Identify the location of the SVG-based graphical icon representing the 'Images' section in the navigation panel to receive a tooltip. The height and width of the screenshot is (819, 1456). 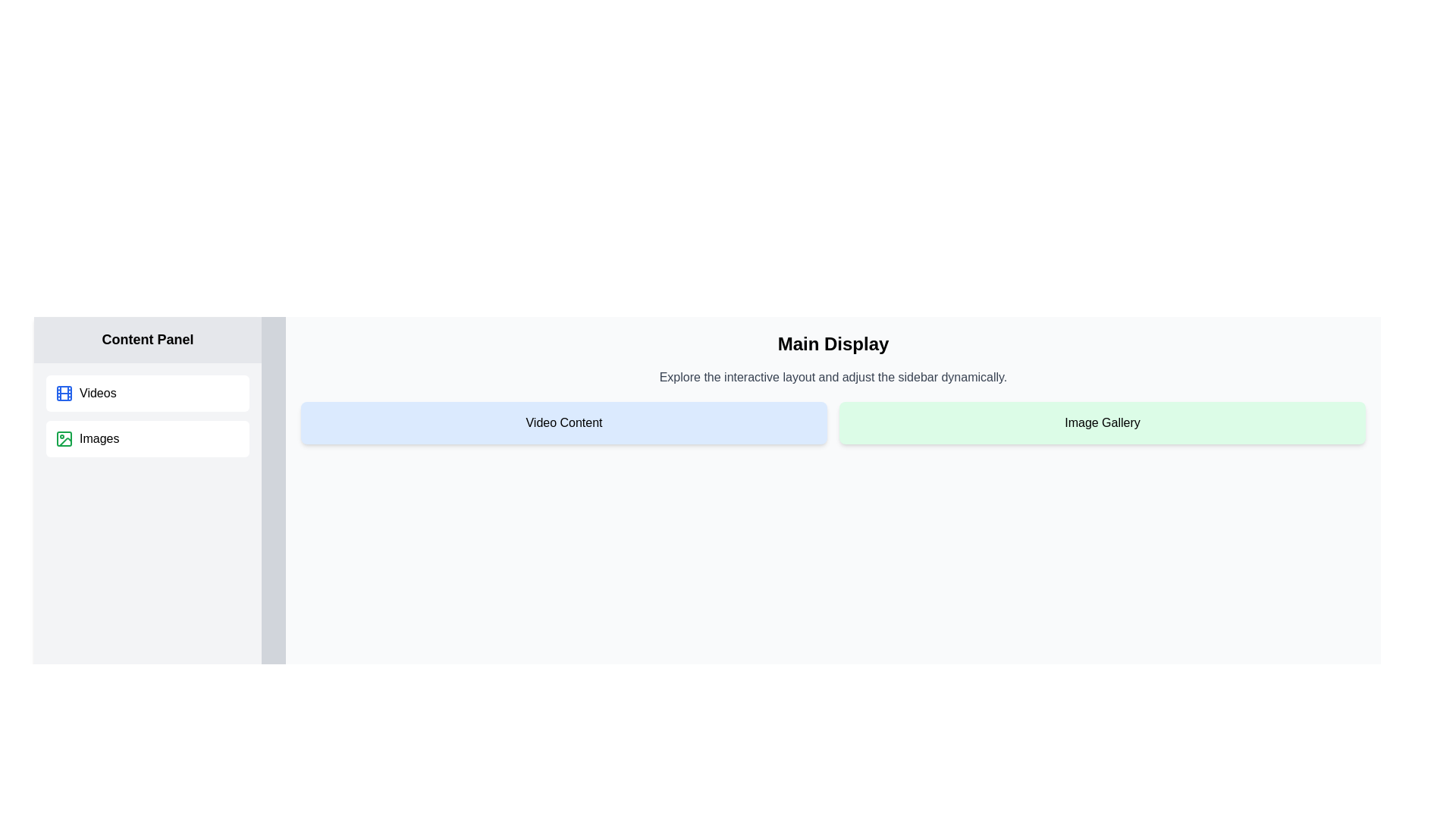
(64, 438).